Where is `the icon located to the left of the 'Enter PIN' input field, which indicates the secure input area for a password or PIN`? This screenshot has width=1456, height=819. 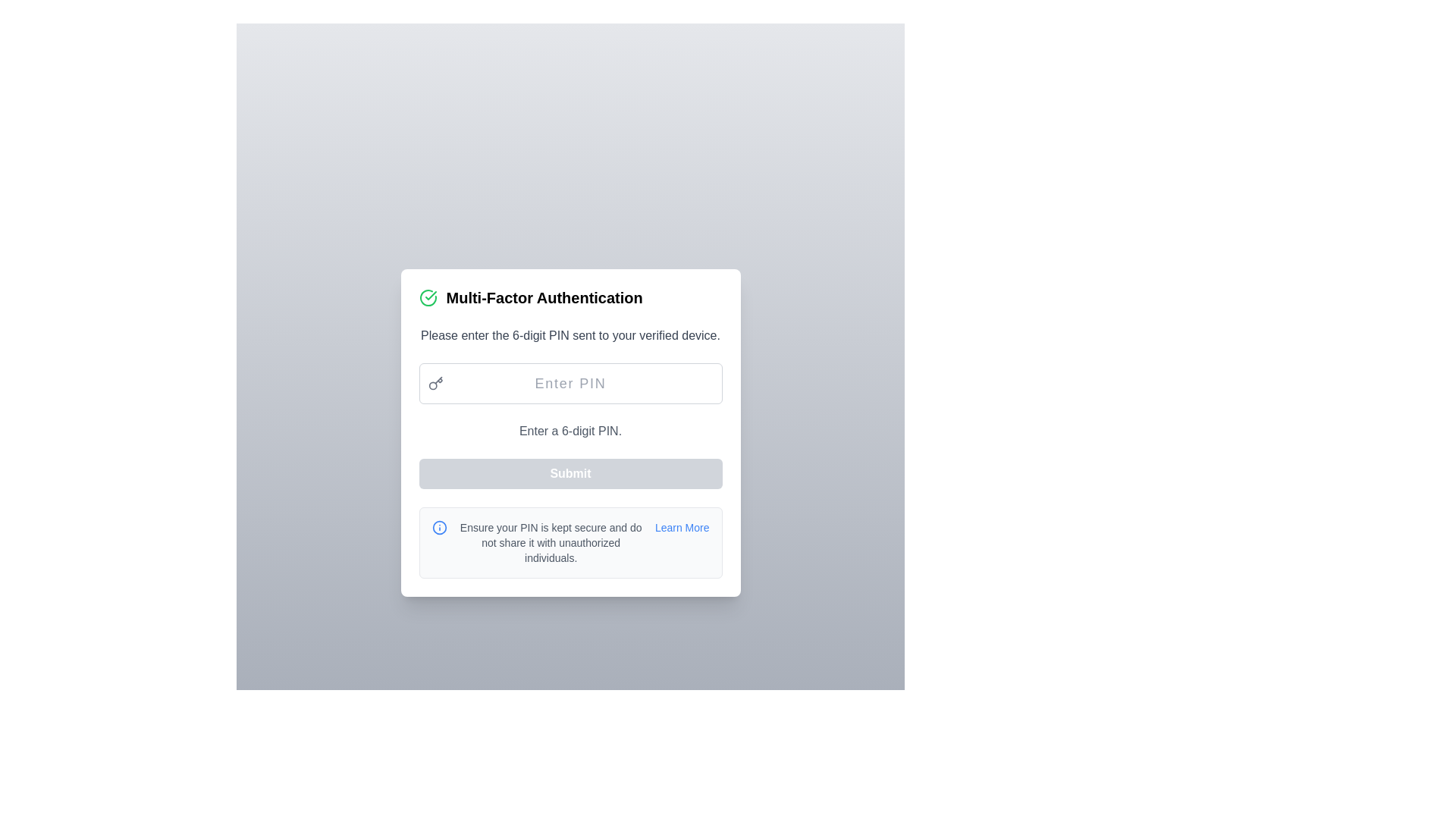 the icon located to the left of the 'Enter PIN' input field, which indicates the secure input area for a password or PIN is located at coordinates (435, 382).